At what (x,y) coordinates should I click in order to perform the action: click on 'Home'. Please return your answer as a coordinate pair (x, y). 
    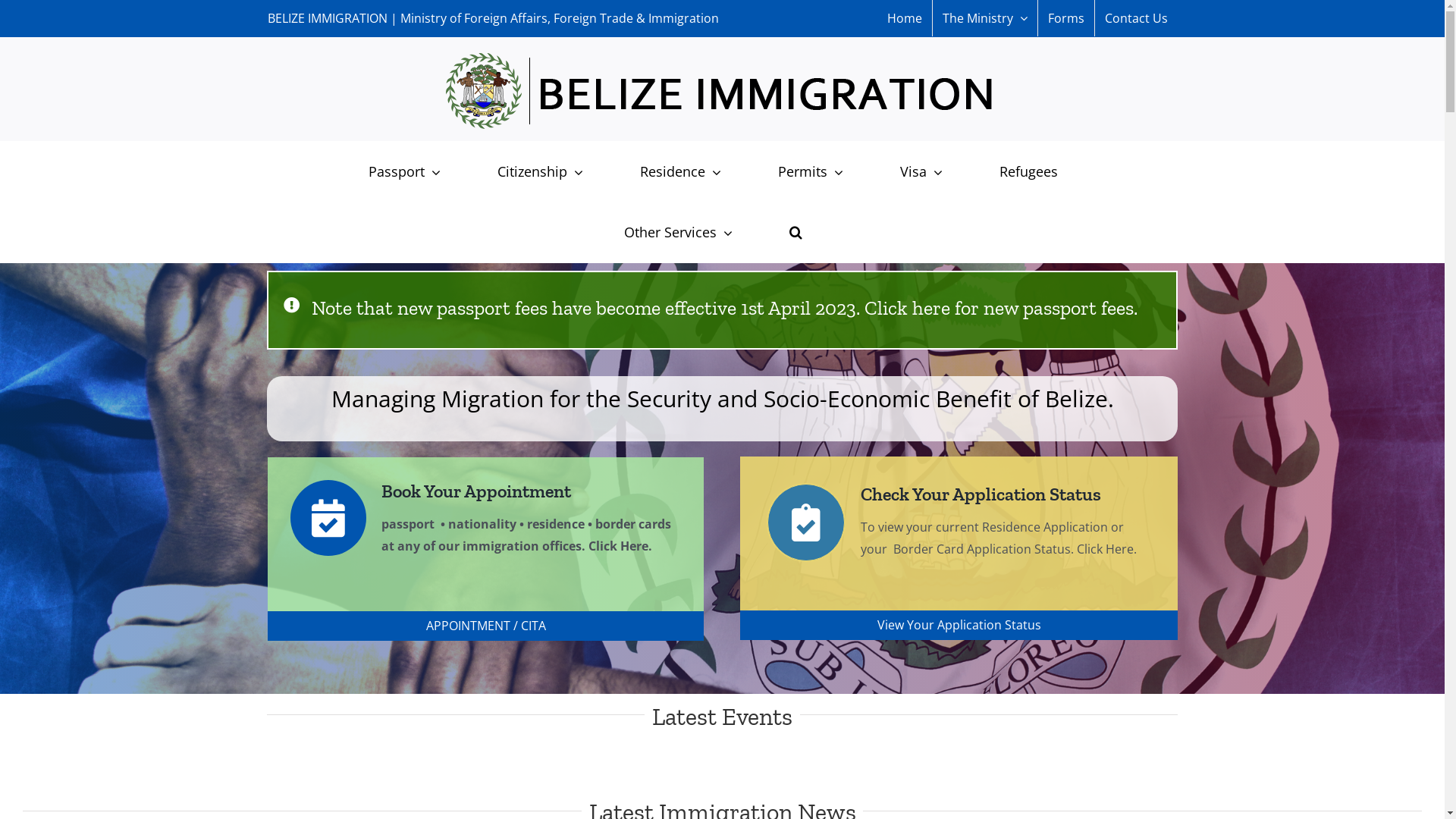
    Looking at the image, I should click on (903, 17).